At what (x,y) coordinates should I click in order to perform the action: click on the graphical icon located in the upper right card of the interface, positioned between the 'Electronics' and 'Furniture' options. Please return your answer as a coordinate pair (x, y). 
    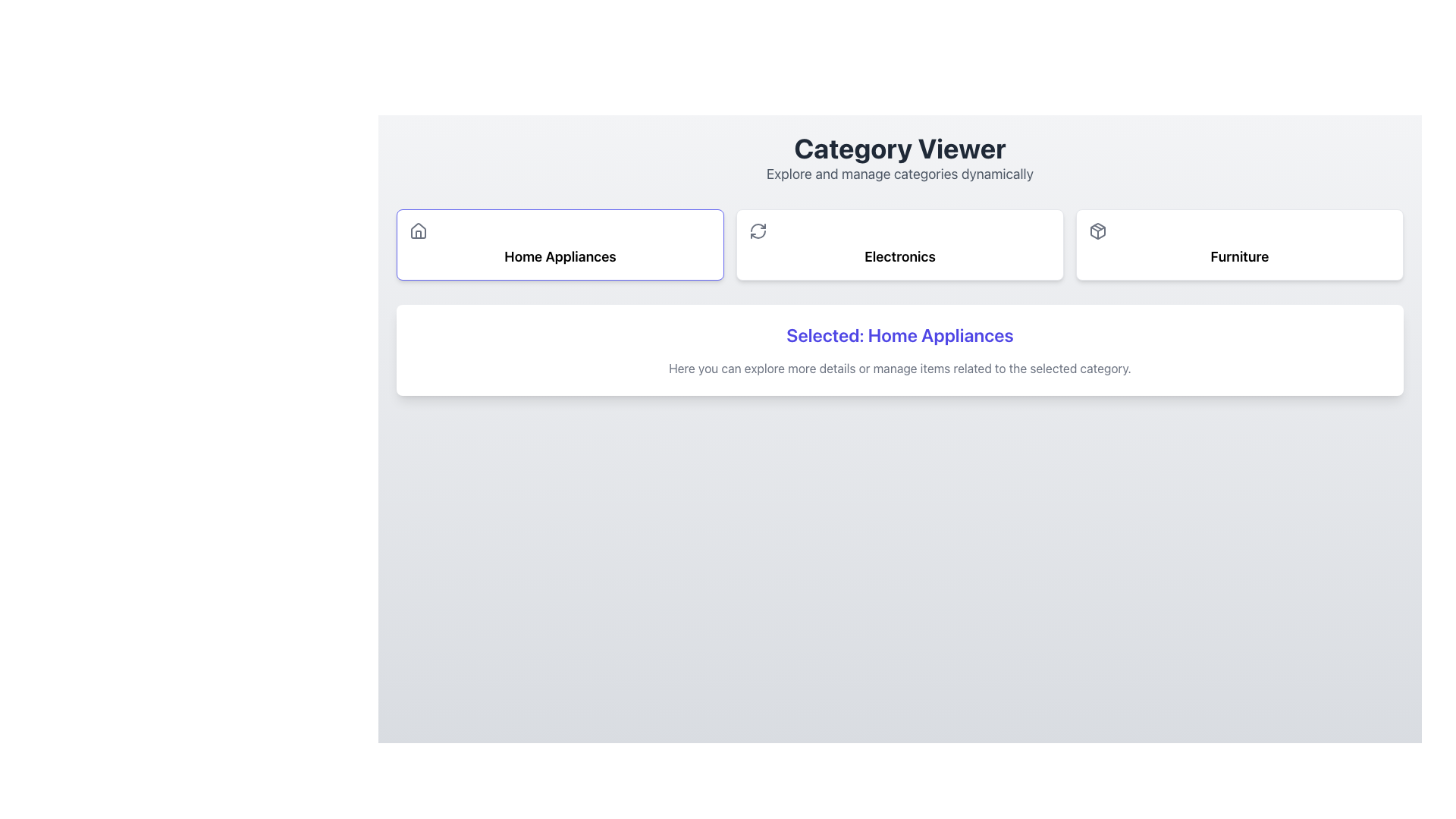
    Looking at the image, I should click on (1098, 231).